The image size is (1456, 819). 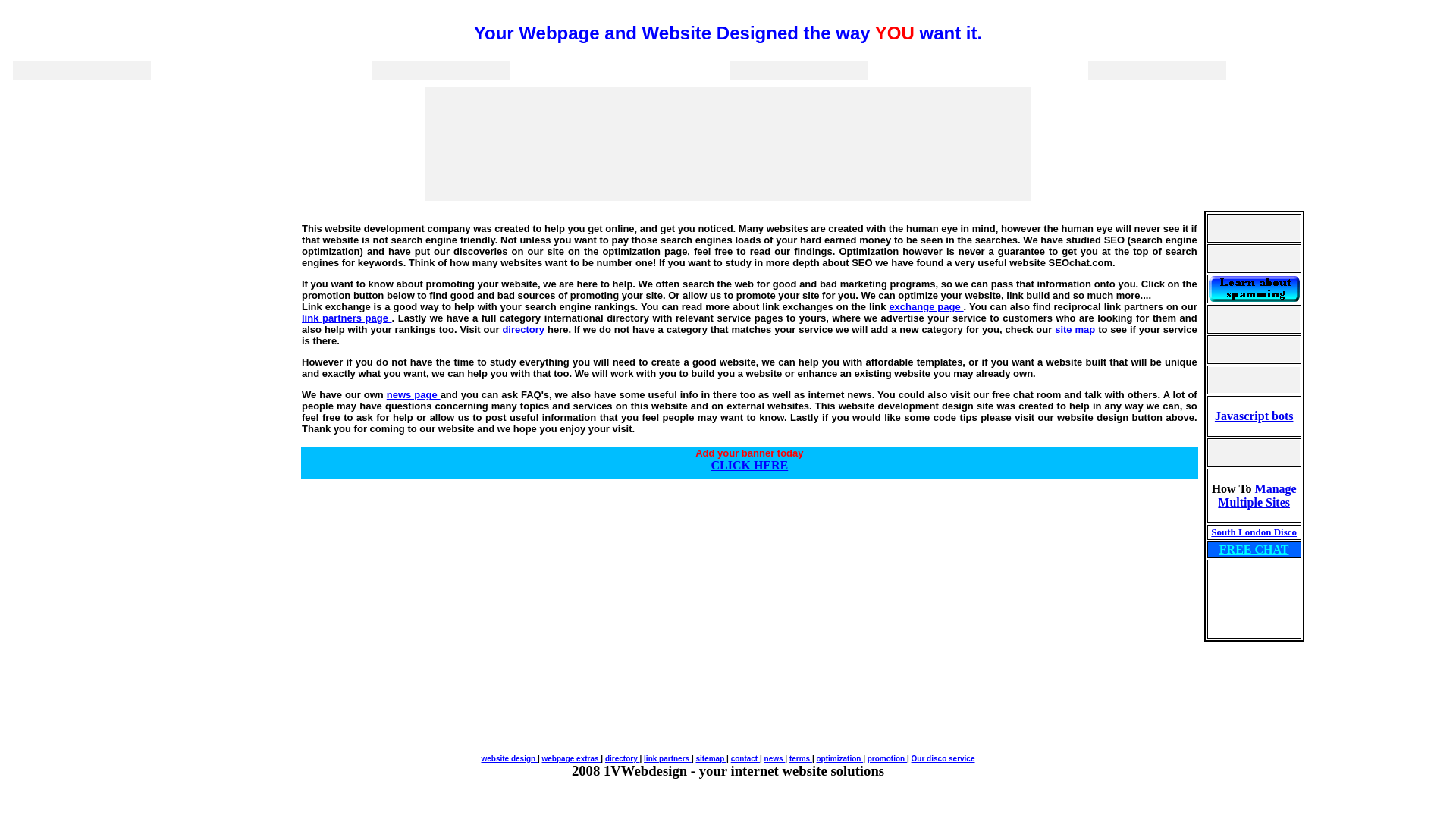 What do you see at coordinates (1257, 495) in the screenshot?
I see `'Manage Multiple Sites'` at bounding box center [1257, 495].